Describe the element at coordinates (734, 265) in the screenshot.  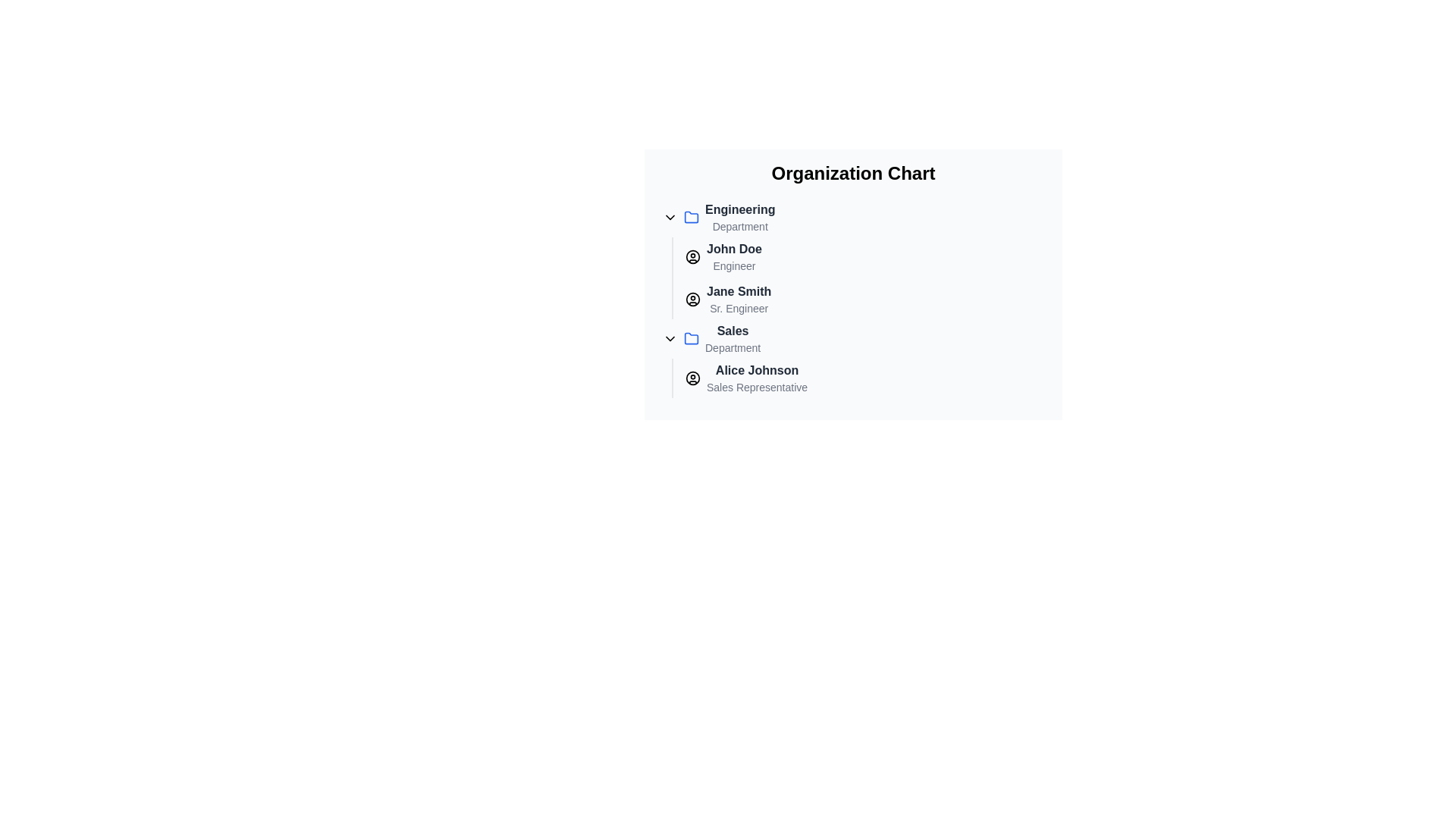
I see `the 'Engineer' label indicating the job title associated with 'John Doe' in the organizational chart` at that location.